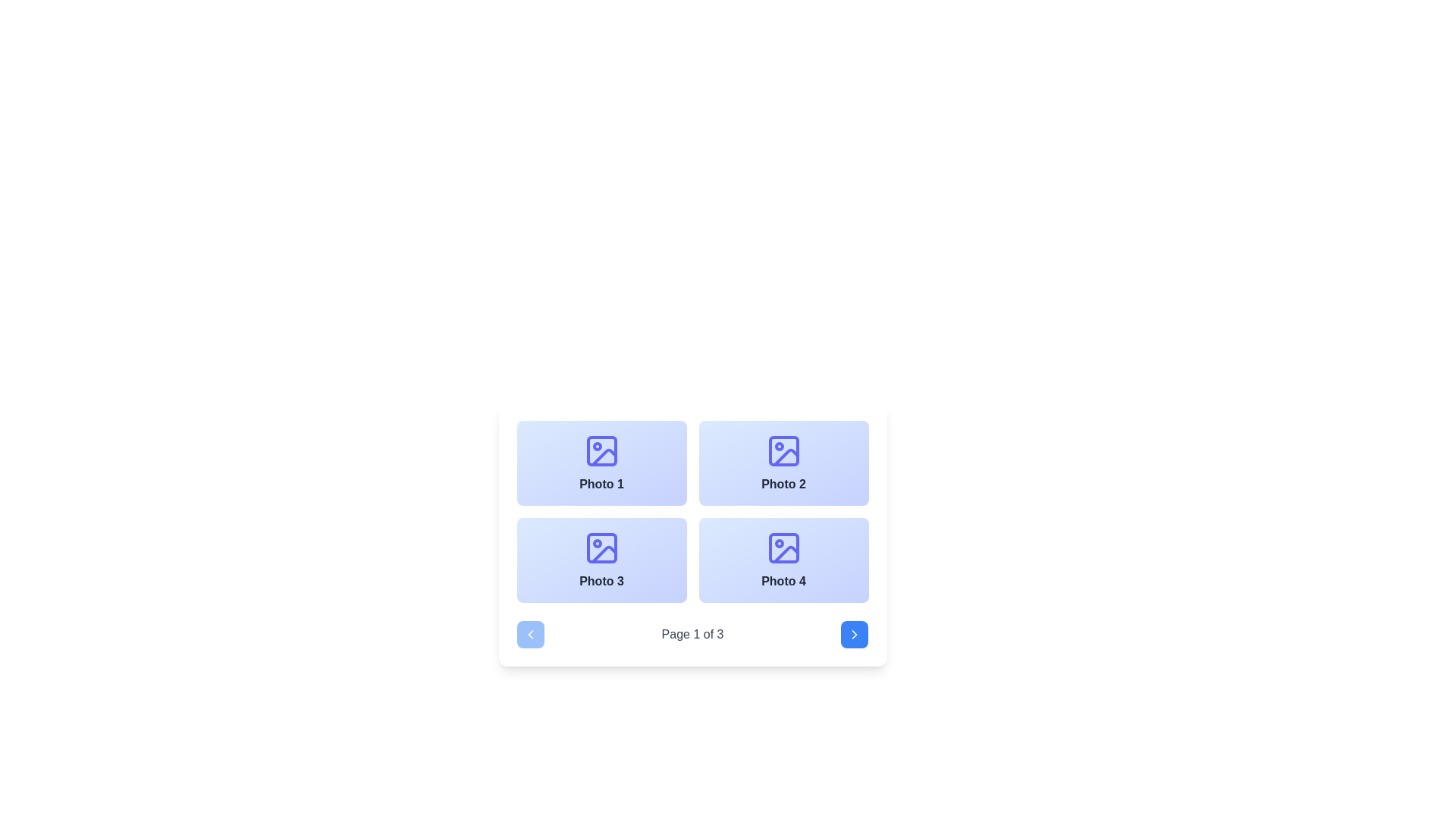 The height and width of the screenshot is (819, 1456). Describe the element at coordinates (601, 548) in the screenshot. I see `the image icon located in the 'Photo 3' cell of the second row and first column in the grid layout` at that location.